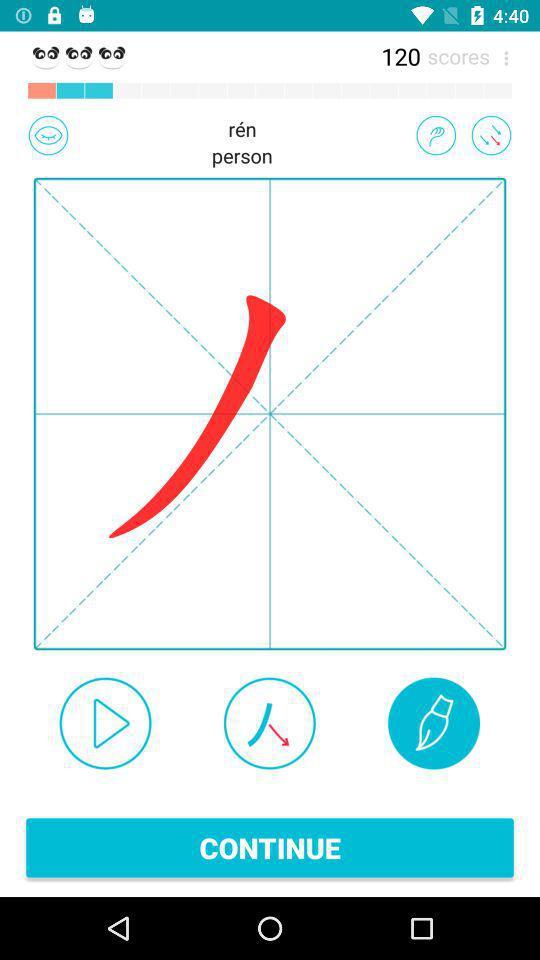 Image resolution: width=540 pixels, height=960 pixels. Describe the element at coordinates (435, 134) in the screenshot. I see `icon to the right of the person item` at that location.